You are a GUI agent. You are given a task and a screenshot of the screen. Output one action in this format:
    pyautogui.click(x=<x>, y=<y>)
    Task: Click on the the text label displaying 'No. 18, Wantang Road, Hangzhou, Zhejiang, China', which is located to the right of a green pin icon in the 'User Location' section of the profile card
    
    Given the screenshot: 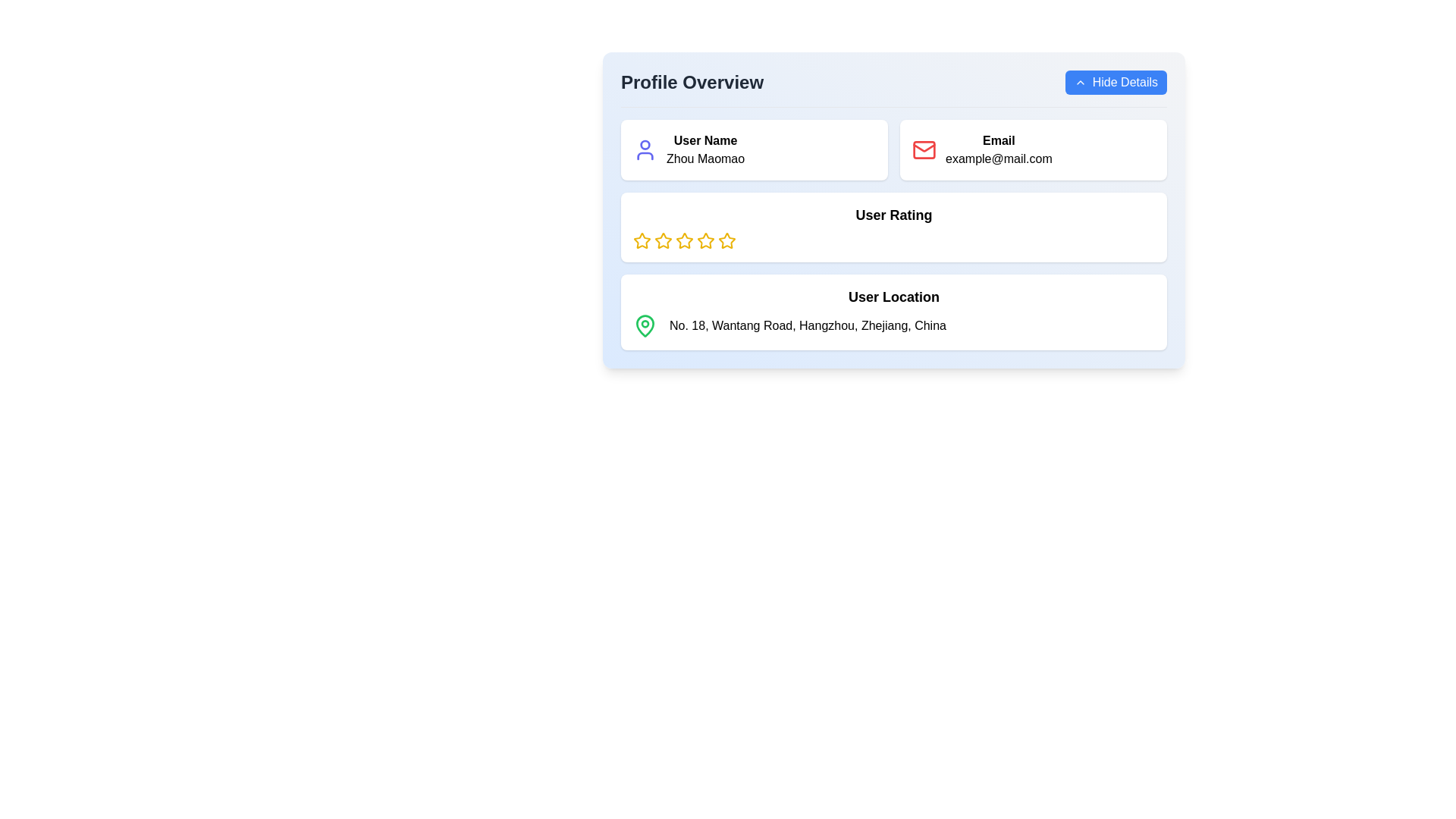 What is the action you would take?
    pyautogui.click(x=807, y=325)
    